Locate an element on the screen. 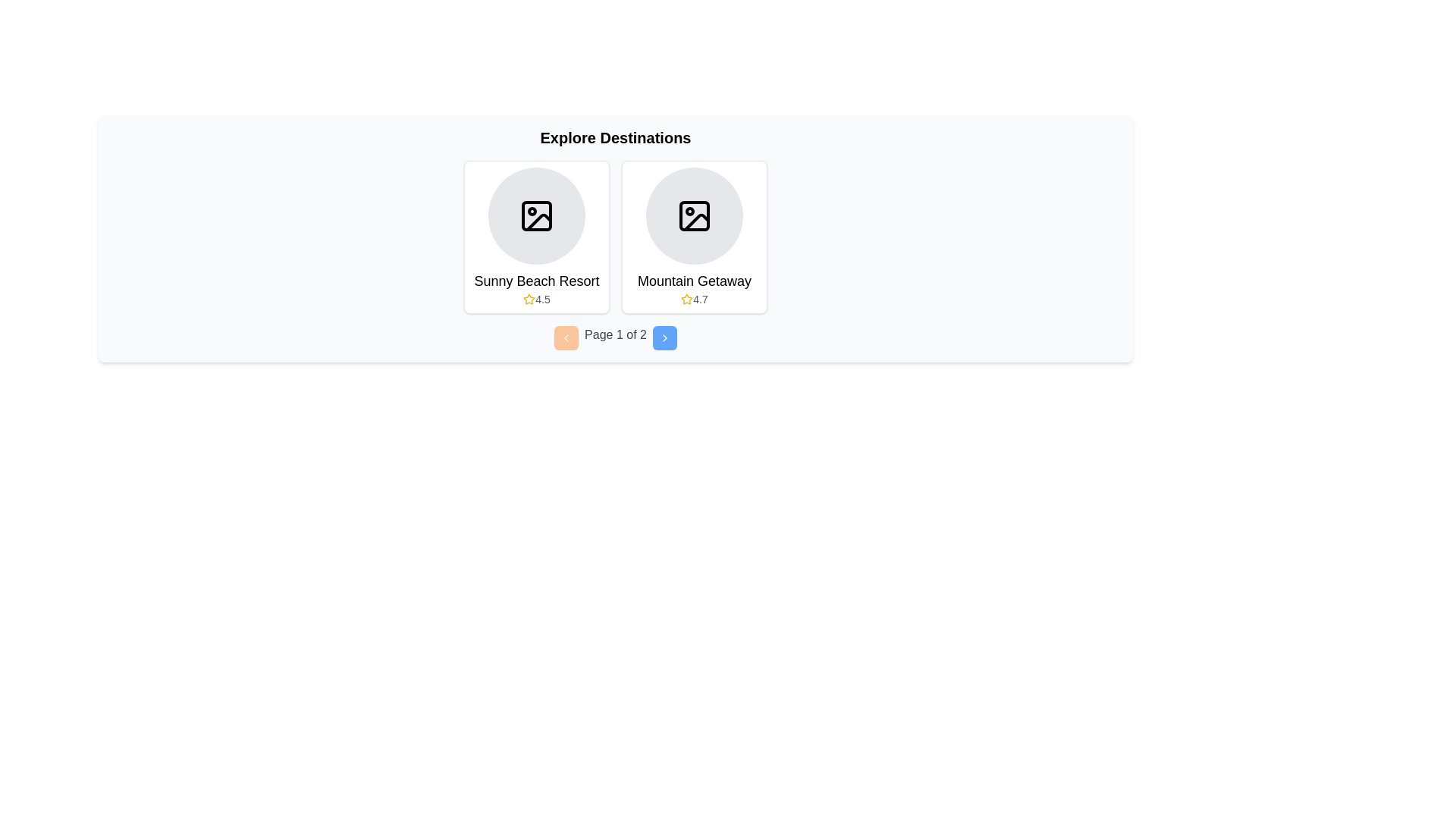 The height and width of the screenshot is (819, 1456). the decorative rectangle within the icon of the leftmost card labeled 'Sunny Beach Resort', which serves as an image placeholder is located at coordinates (537, 216).